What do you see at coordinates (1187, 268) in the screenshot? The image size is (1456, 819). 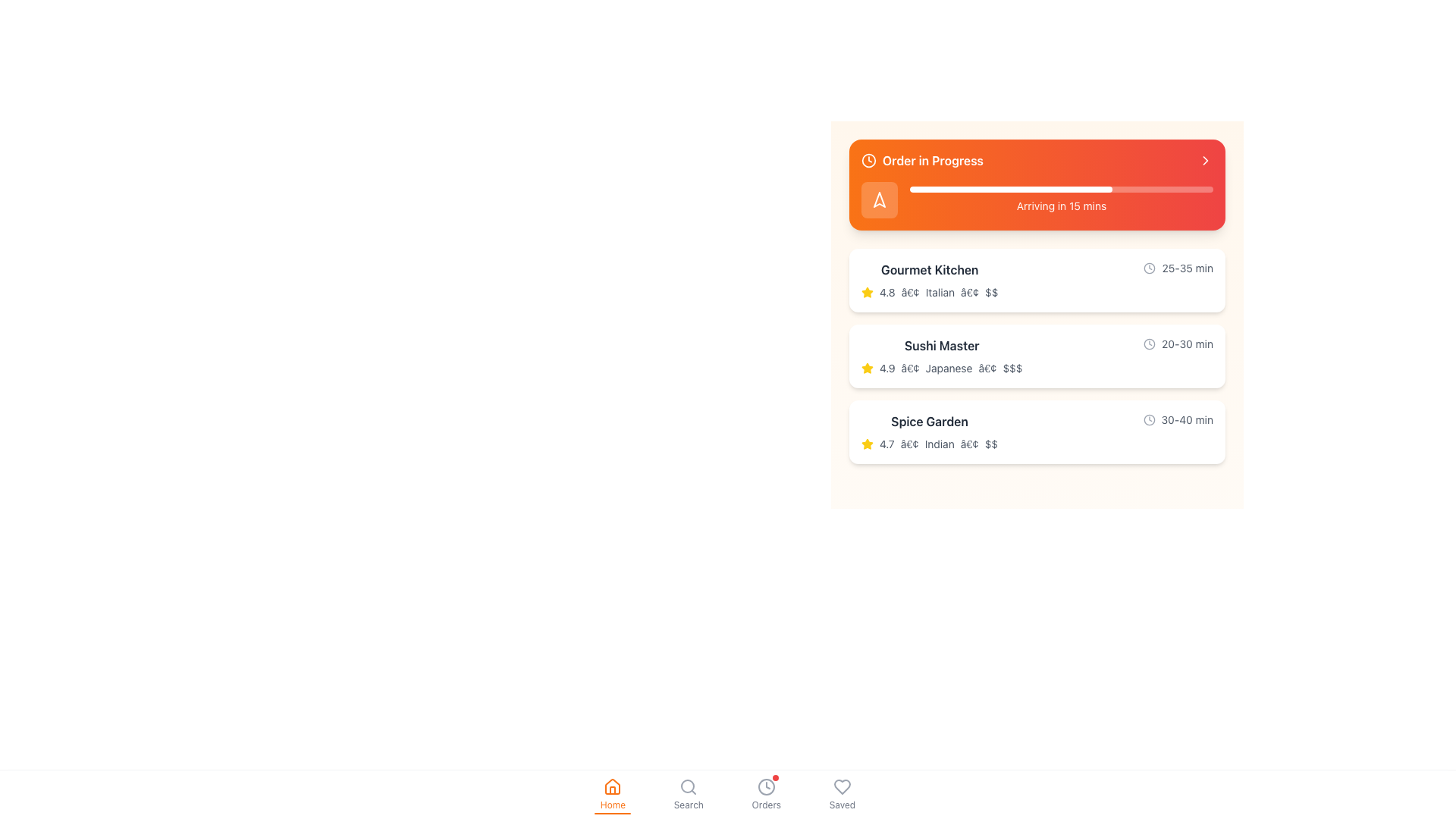 I see `the text element displaying the estimated time '25-35 min', which is located to the right of a small clock icon within the first restaurant card in the list` at bounding box center [1187, 268].